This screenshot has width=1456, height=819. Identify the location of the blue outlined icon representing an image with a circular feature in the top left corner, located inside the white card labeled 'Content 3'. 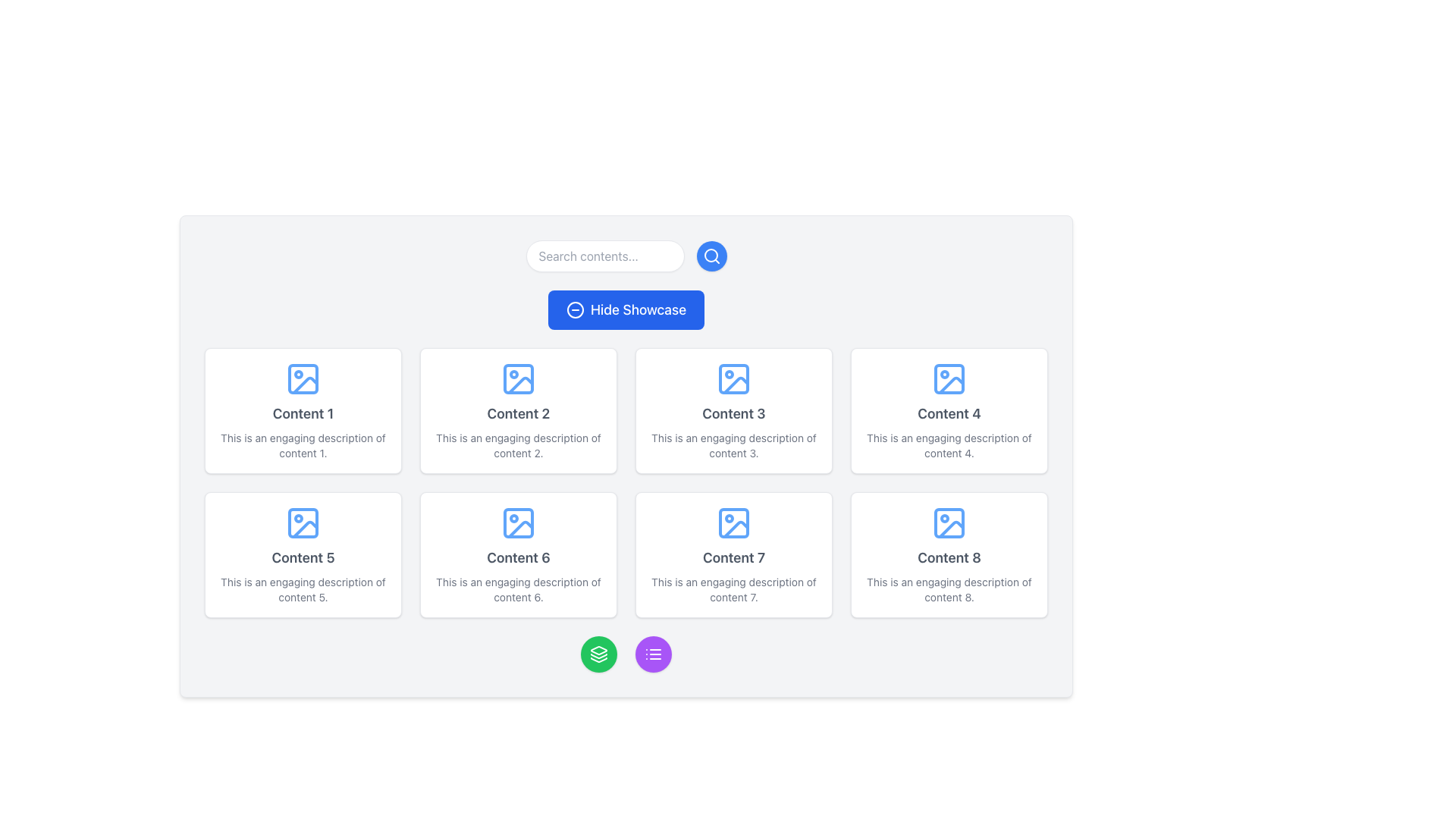
(734, 378).